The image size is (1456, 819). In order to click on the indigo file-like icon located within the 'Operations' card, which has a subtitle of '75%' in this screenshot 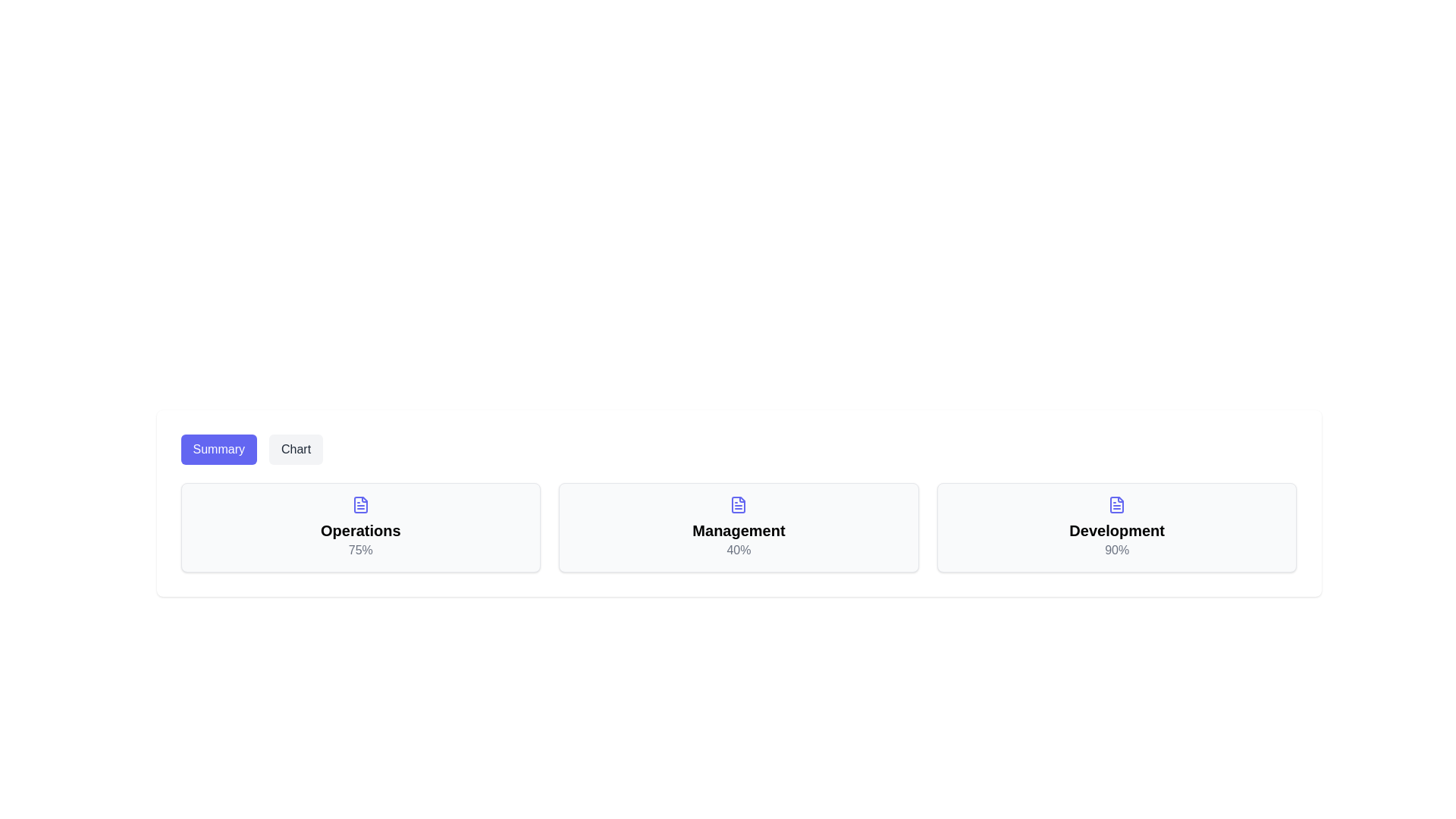, I will do `click(359, 505)`.